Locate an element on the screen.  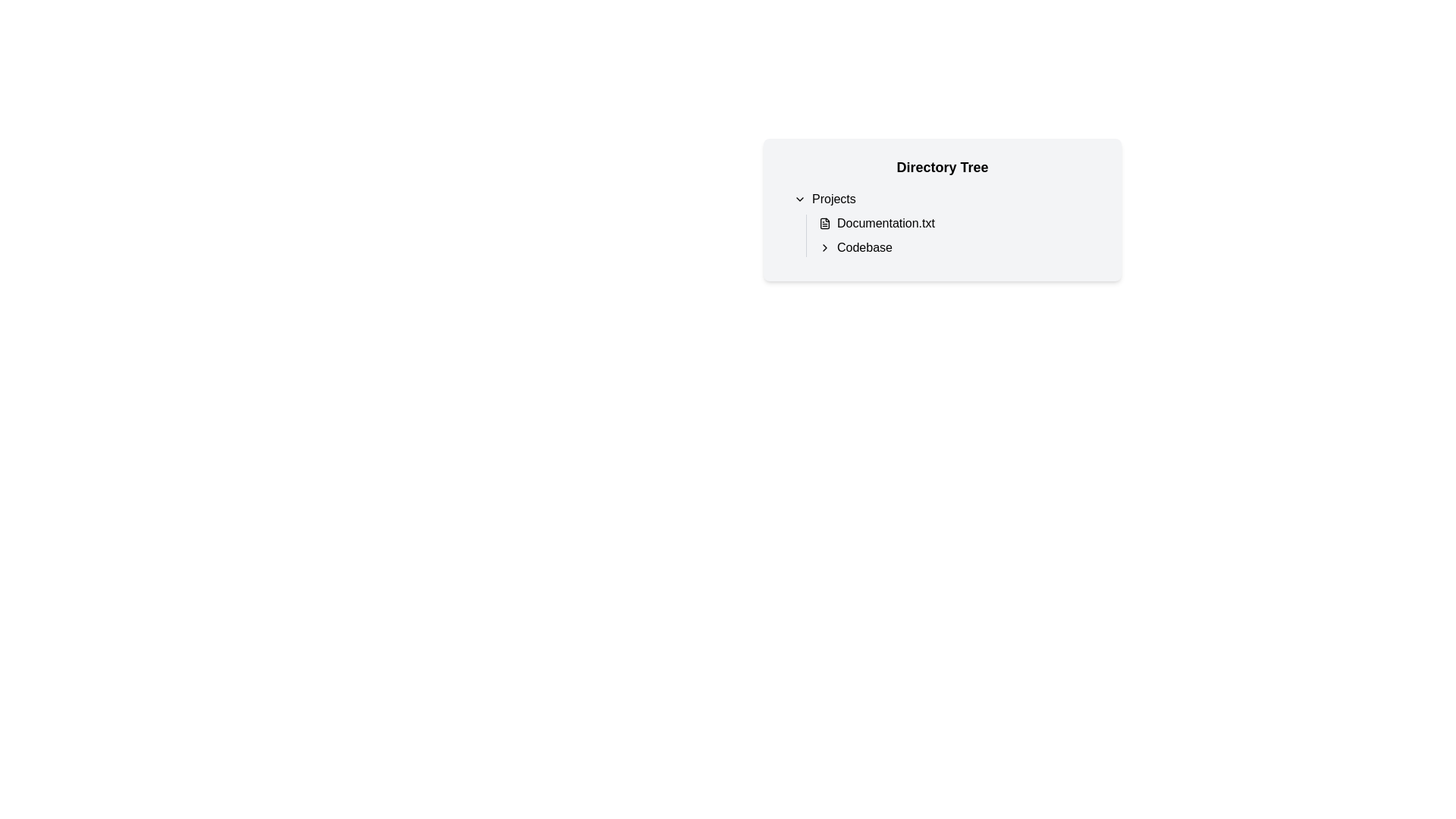
the Dropdown menu button at the top of the 'Projects' directory is located at coordinates (948, 198).